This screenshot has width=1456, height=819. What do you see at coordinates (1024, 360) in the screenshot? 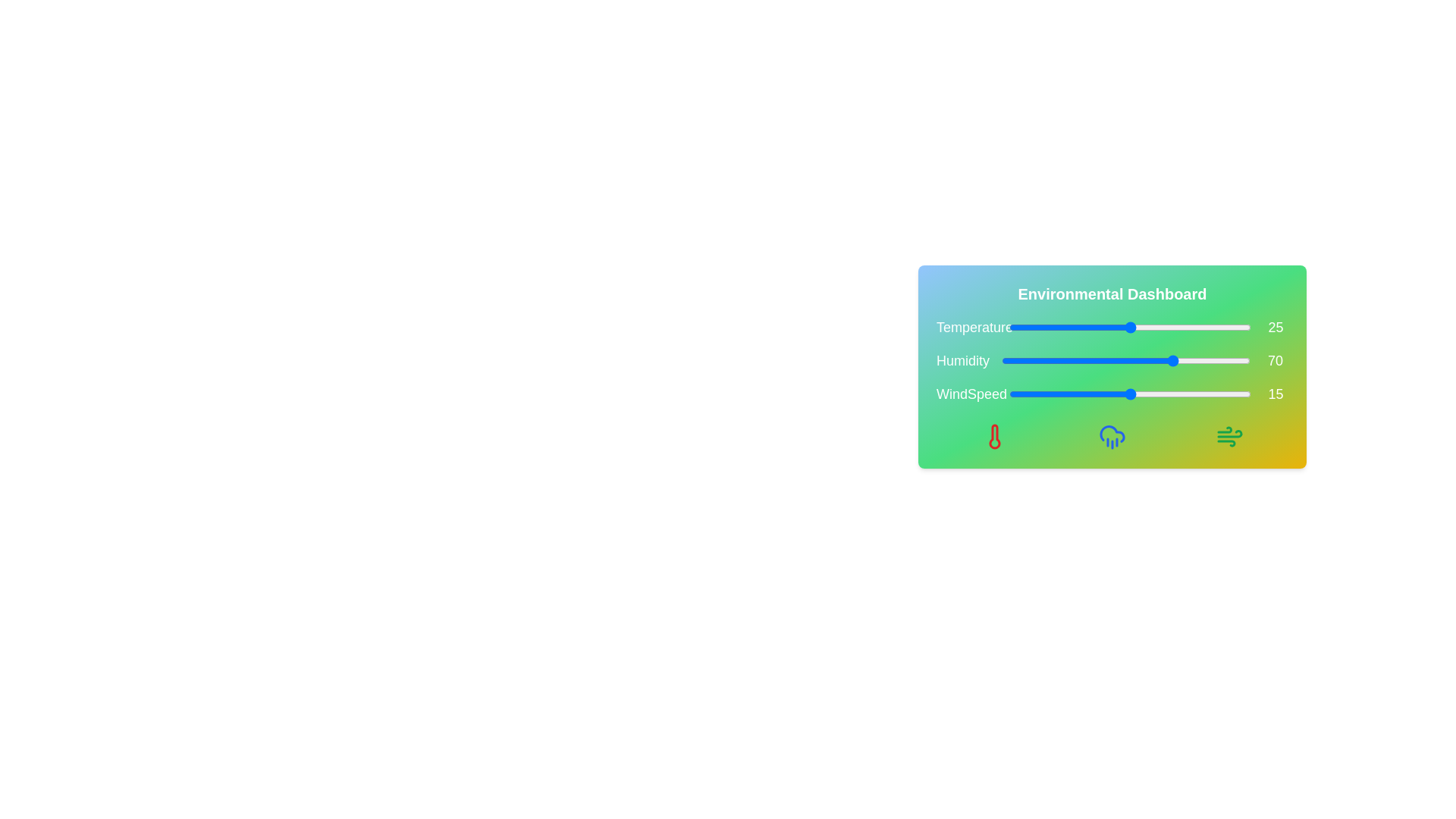
I see `the humidity slider to set the value to 9` at bounding box center [1024, 360].